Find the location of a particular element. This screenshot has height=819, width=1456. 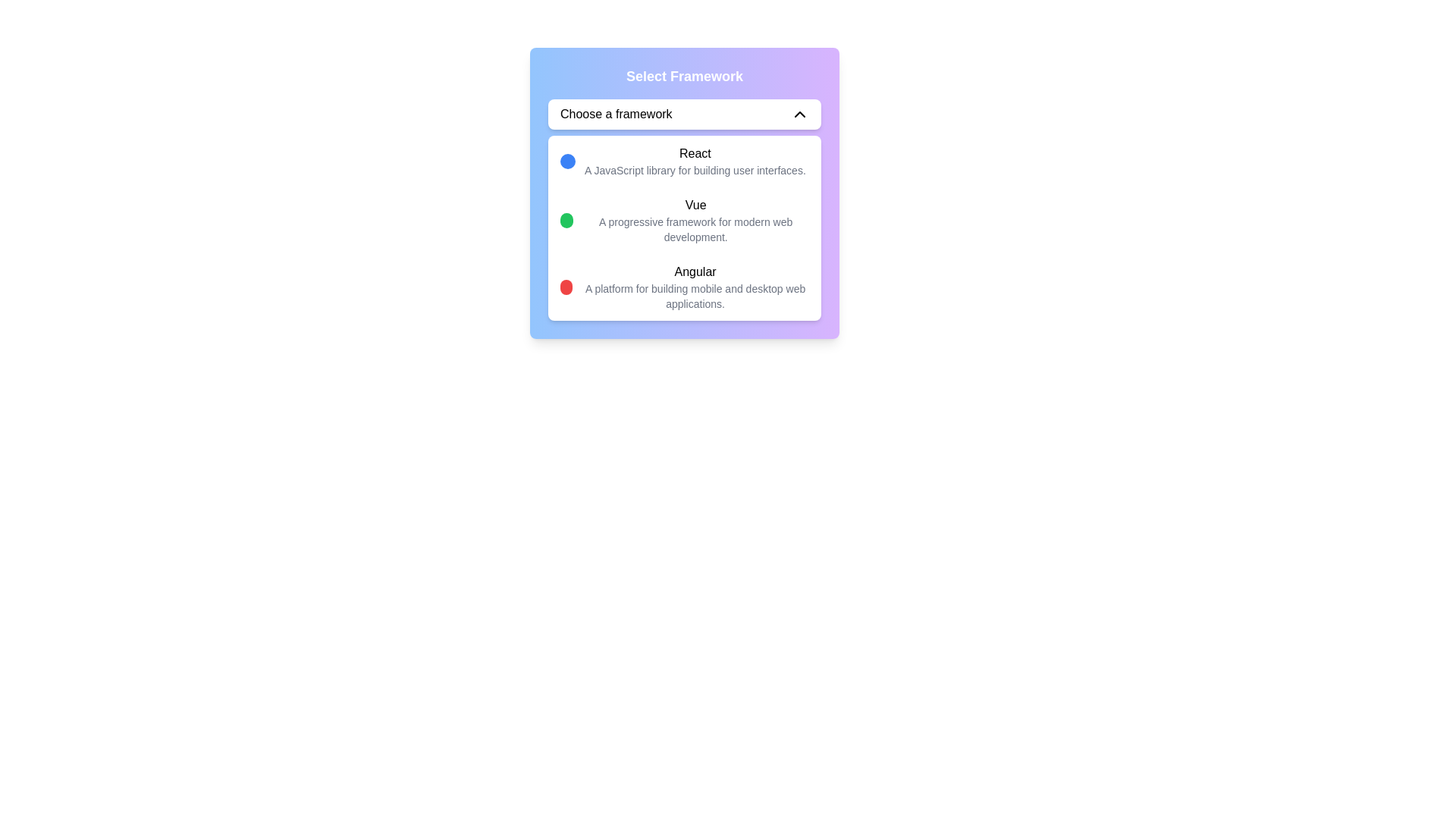

text label 'Choose a framework' which is displayed in bold font in the upper section of the dropdown menu interface with a gradient-blue background is located at coordinates (616, 113).